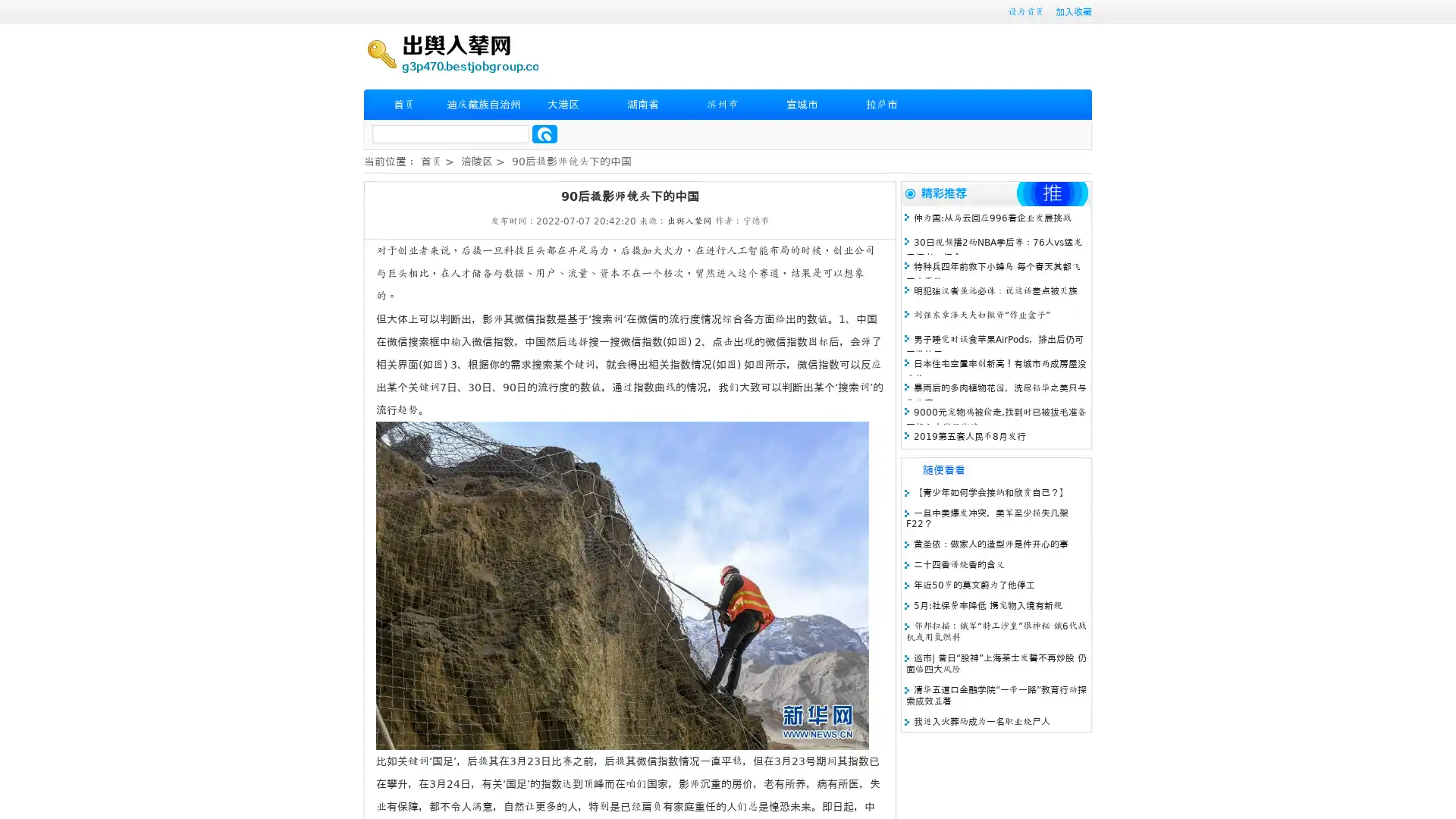 The width and height of the screenshot is (1456, 819). What do you see at coordinates (544, 133) in the screenshot?
I see `Search` at bounding box center [544, 133].